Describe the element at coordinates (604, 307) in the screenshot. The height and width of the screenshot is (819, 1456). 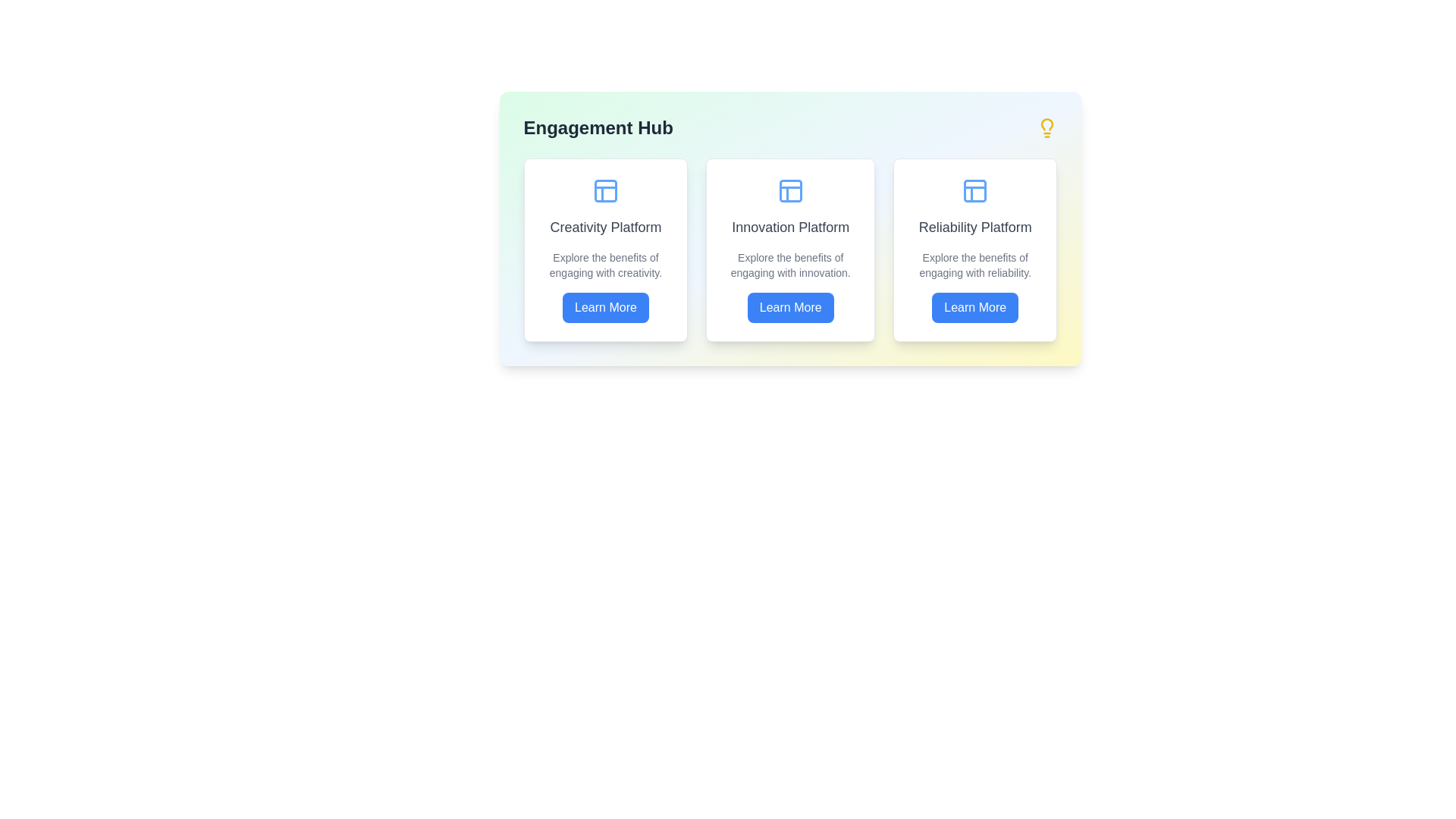
I see `the 'Learn More' button, which is a rectangular button with a blue background and white text located at the bottom center of the 'Creativity Platform' card` at that location.